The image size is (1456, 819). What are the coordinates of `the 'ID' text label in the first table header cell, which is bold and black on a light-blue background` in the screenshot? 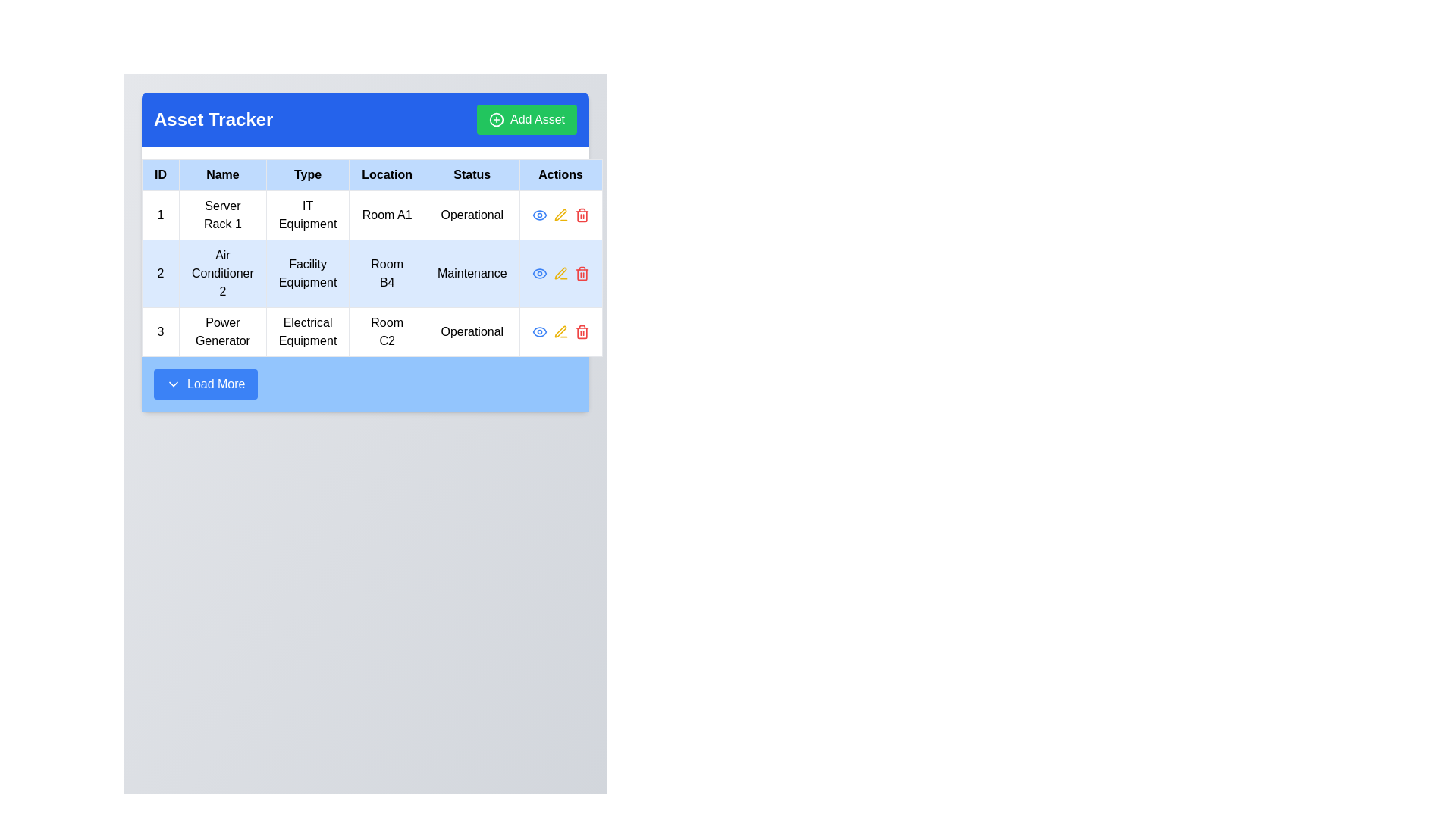 It's located at (160, 174).